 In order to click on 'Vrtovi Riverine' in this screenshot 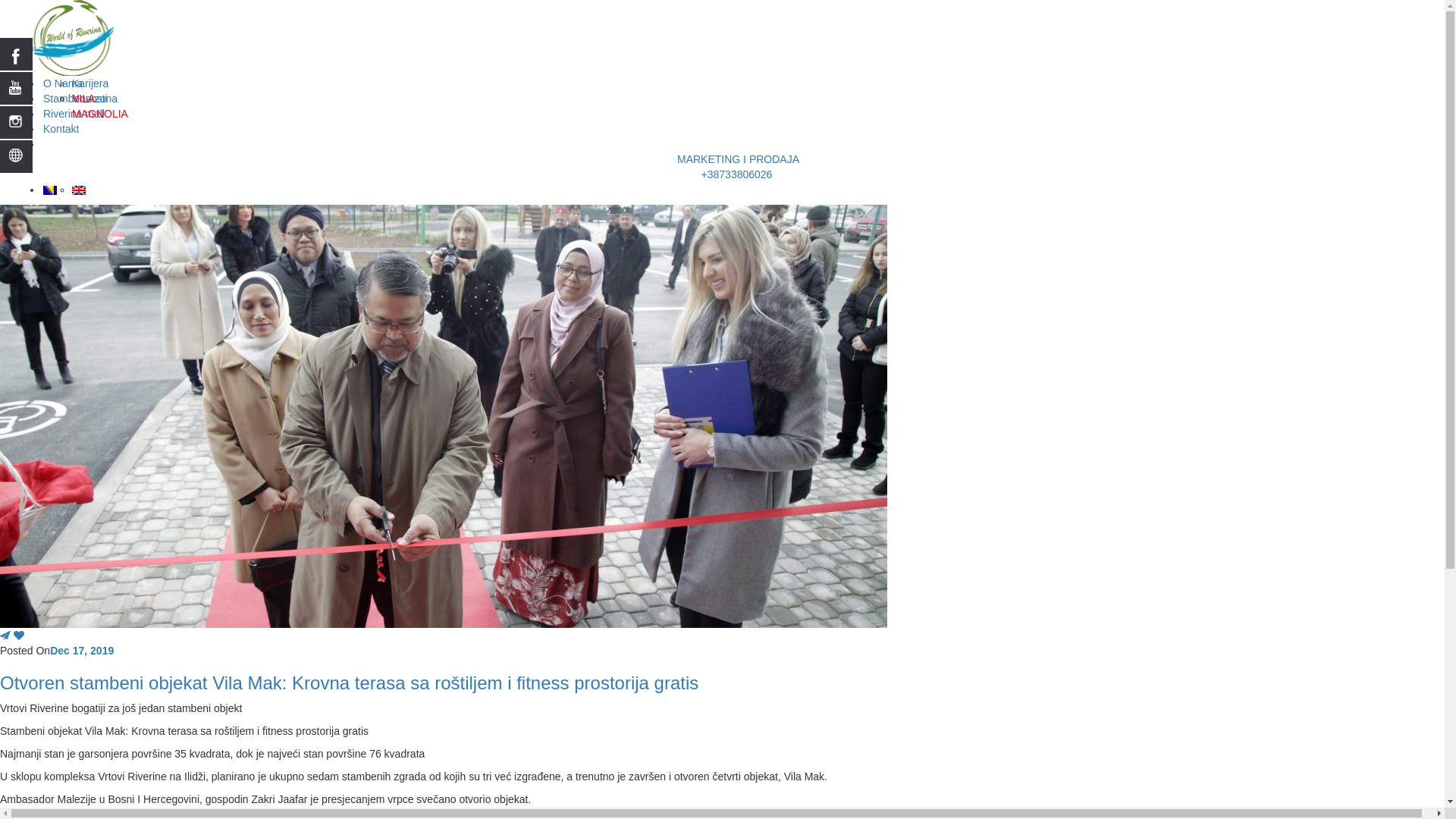, I will do `click(72, 37)`.